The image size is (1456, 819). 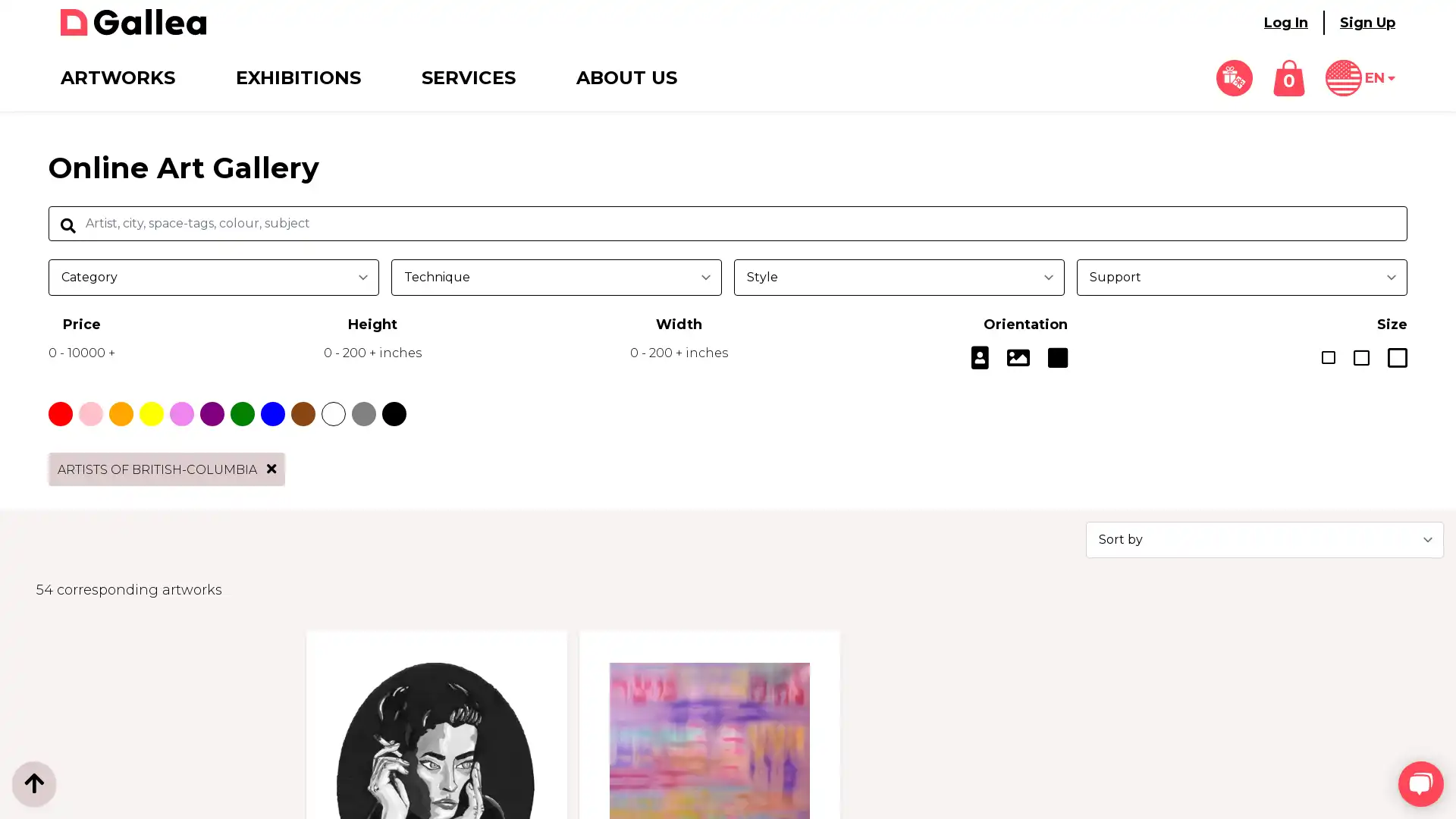 What do you see at coordinates (1288, 78) in the screenshot?
I see `0` at bounding box center [1288, 78].